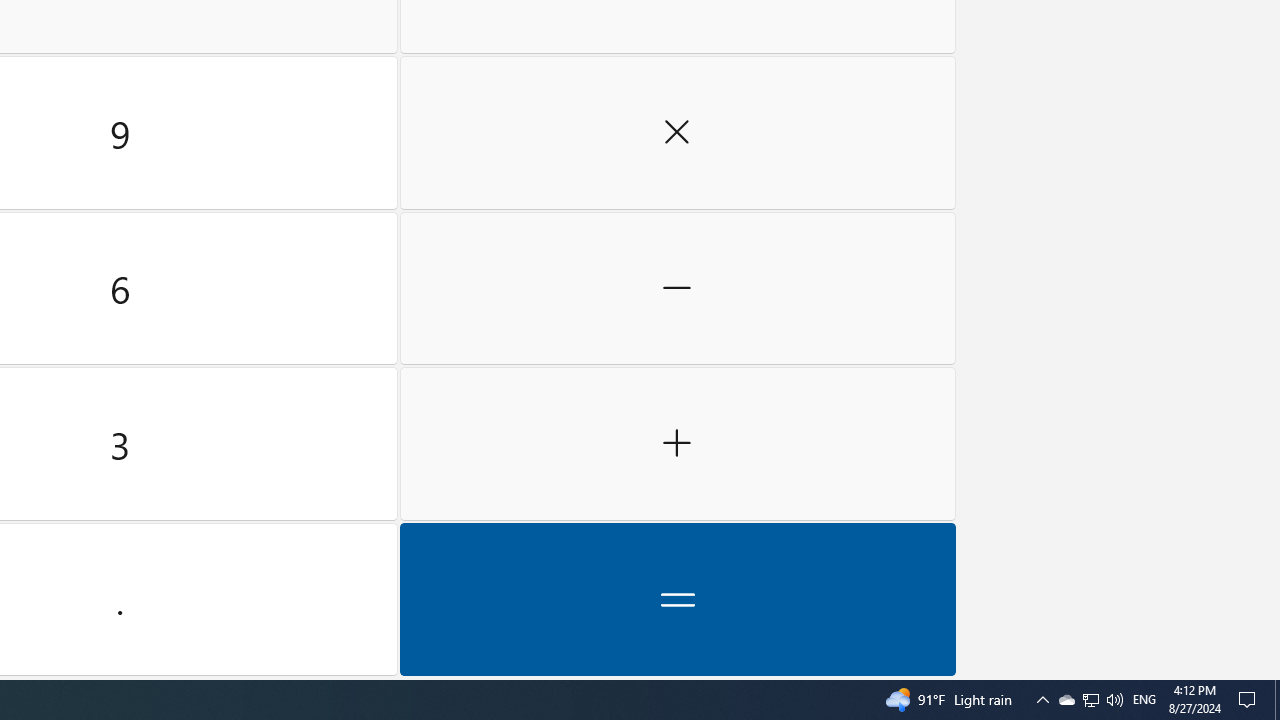 This screenshot has width=1280, height=720. Describe the element at coordinates (677, 133) in the screenshot. I see `'Multiply by'` at that location.